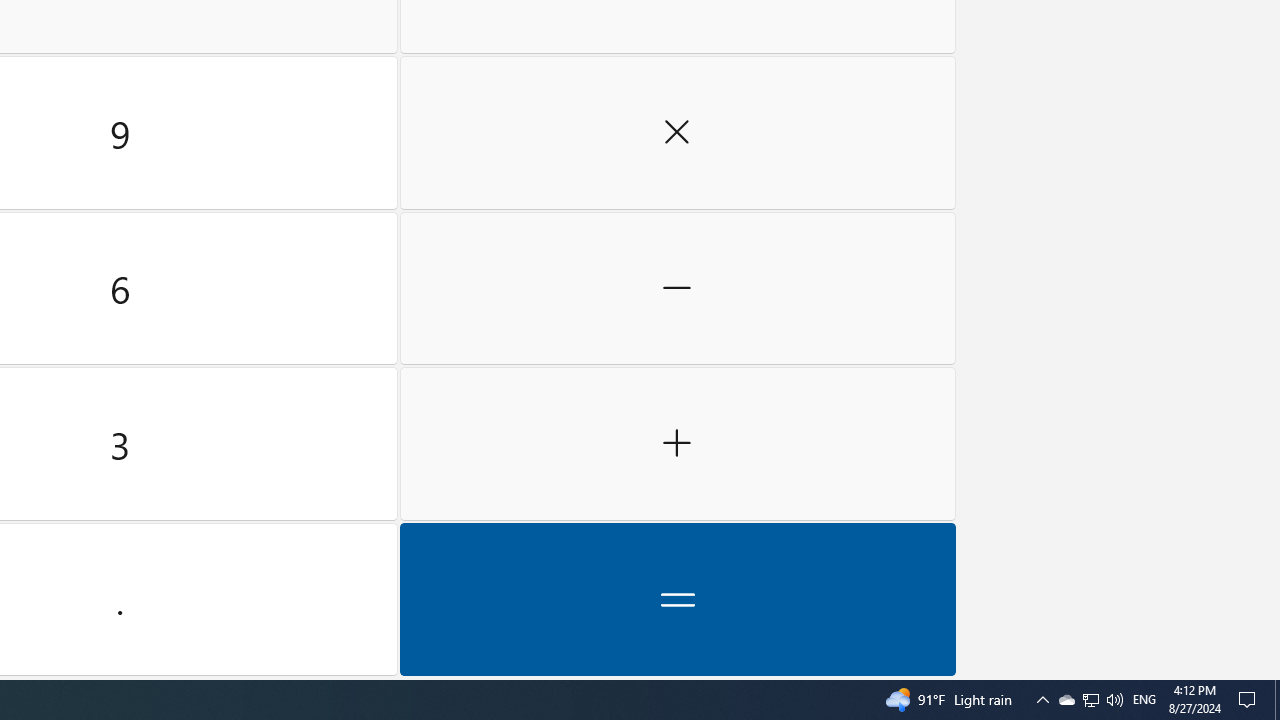 This screenshot has width=1280, height=720. Describe the element at coordinates (677, 133) in the screenshot. I see `'Multiply by'` at that location.